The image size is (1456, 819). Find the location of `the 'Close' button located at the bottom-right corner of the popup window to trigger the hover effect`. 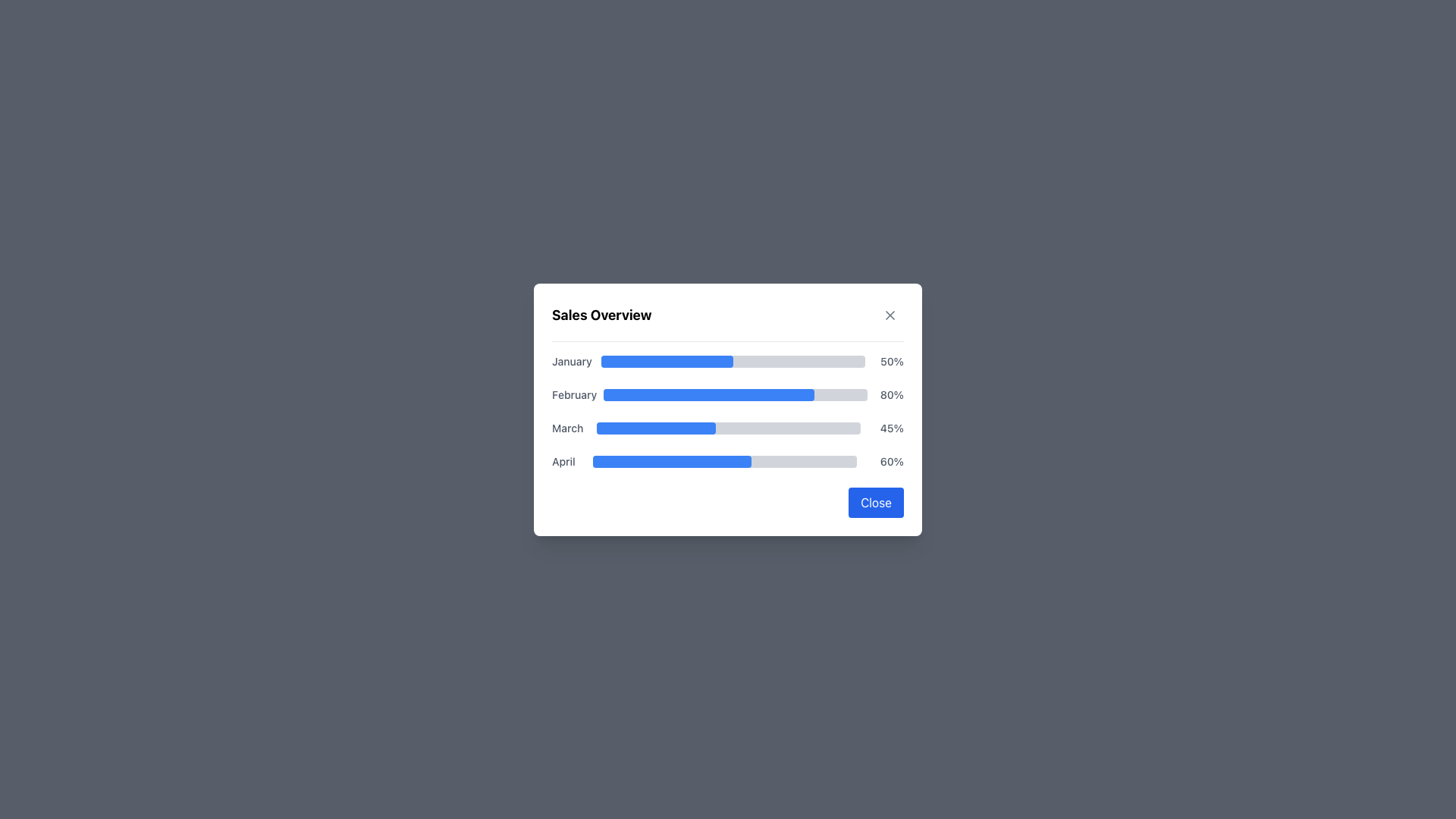

the 'Close' button located at the bottom-right corner of the popup window to trigger the hover effect is located at coordinates (876, 502).